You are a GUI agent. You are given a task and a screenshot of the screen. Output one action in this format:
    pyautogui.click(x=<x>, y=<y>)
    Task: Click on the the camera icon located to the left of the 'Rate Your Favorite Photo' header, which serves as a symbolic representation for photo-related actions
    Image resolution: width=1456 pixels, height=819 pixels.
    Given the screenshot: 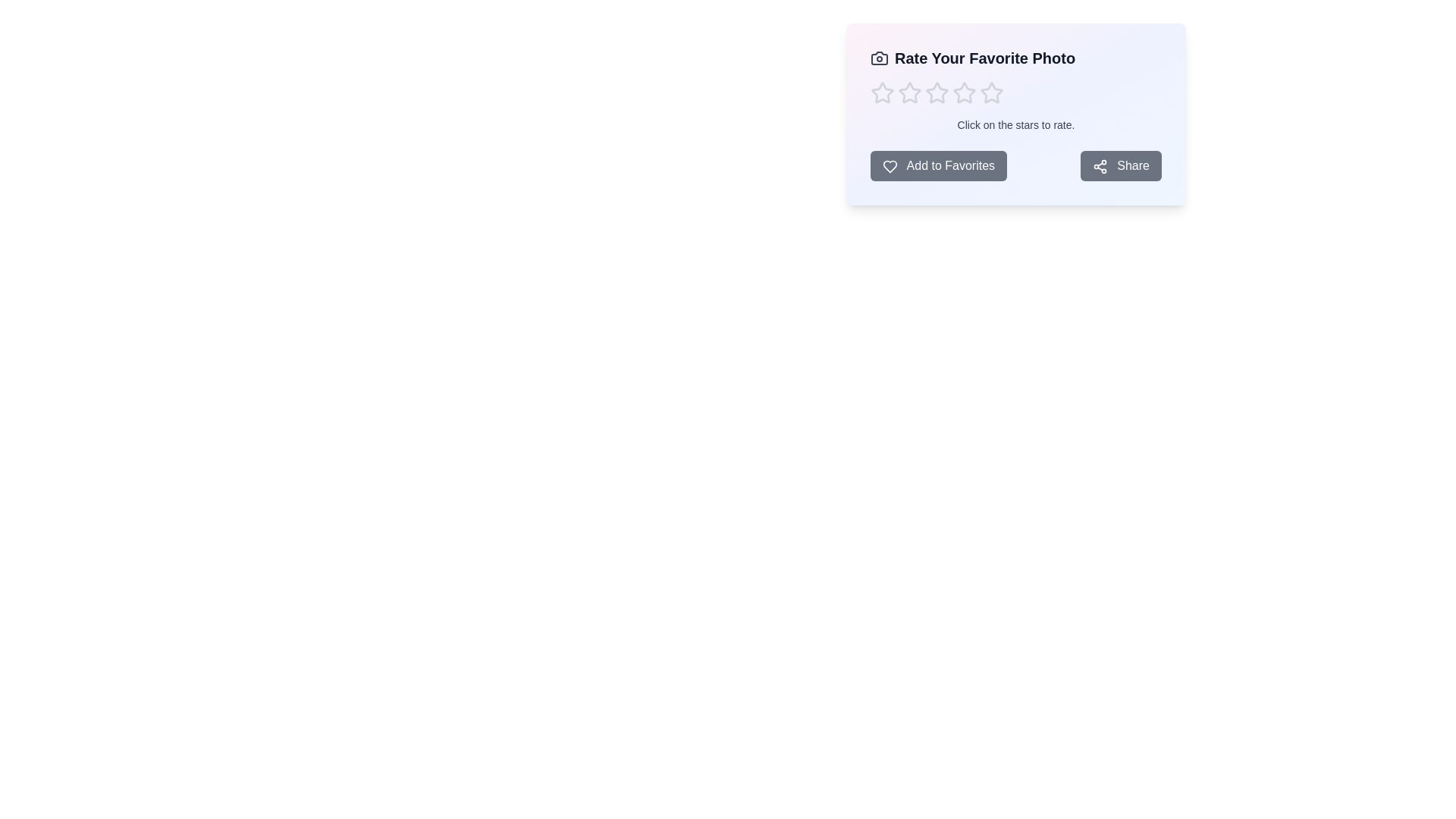 What is the action you would take?
    pyautogui.click(x=880, y=58)
    